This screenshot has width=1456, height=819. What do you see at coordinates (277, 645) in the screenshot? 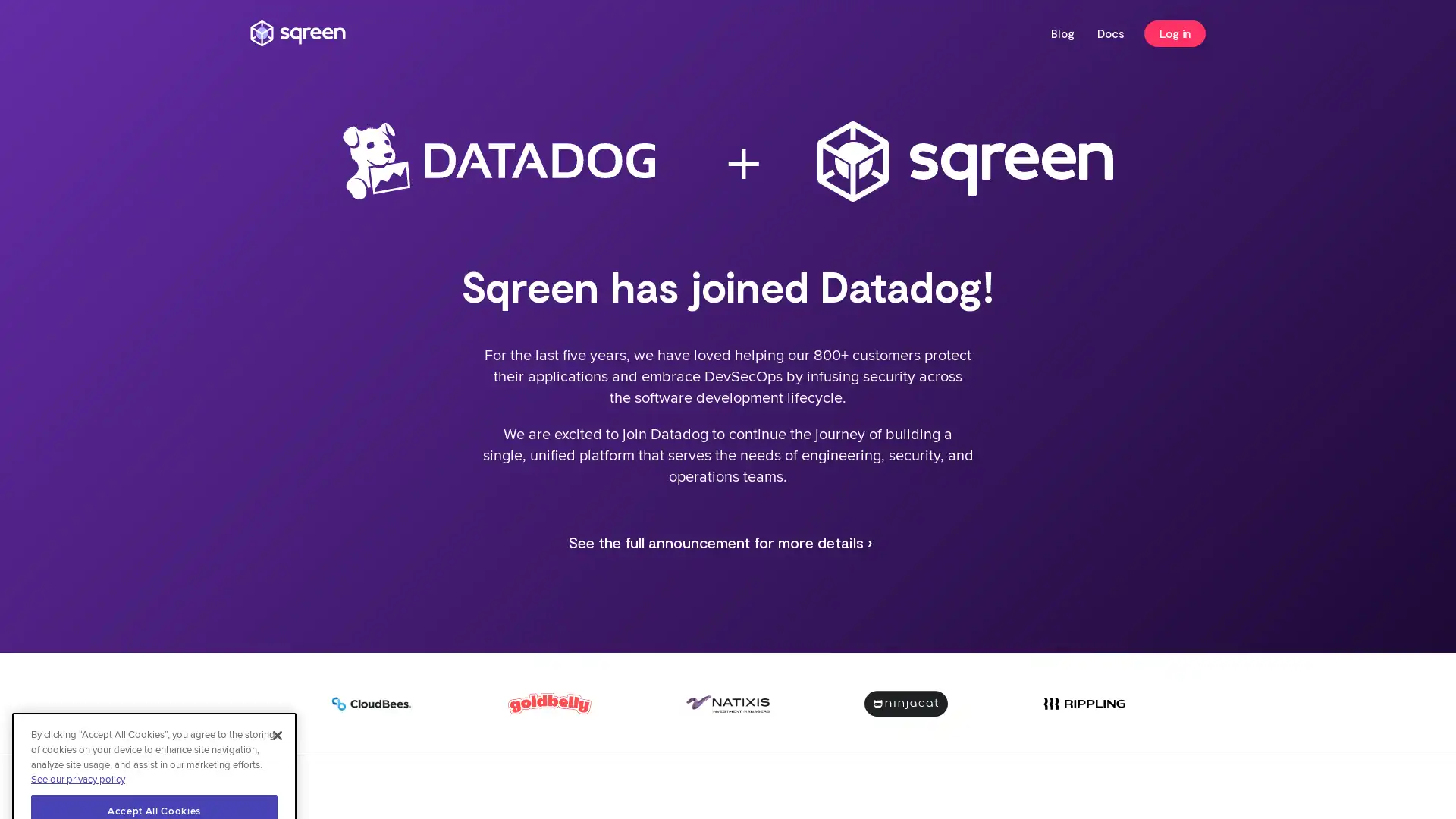
I see `Close` at bounding box center [277, 645].